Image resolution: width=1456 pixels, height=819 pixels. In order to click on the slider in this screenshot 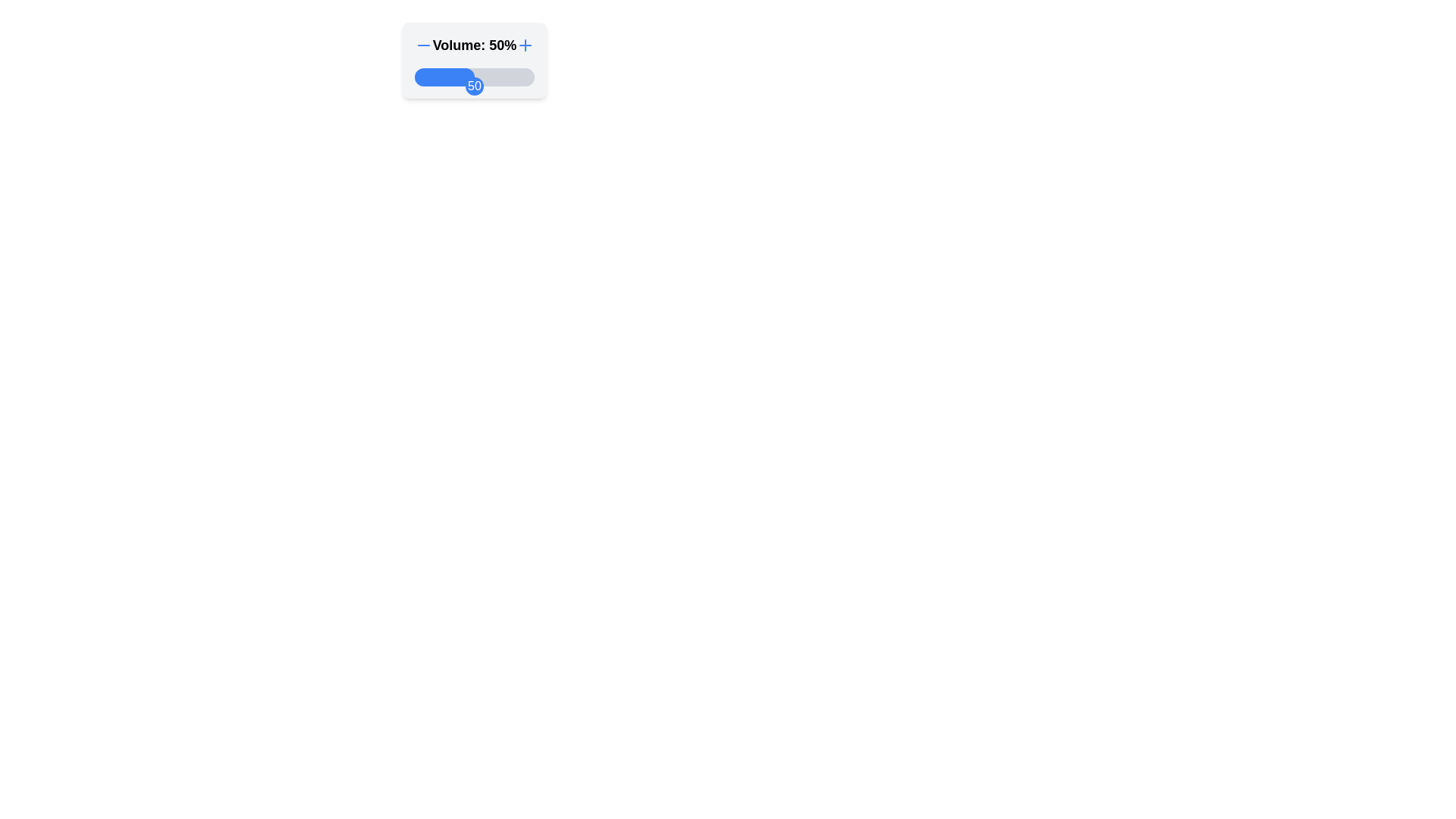, I will do `click(479, 77)`.